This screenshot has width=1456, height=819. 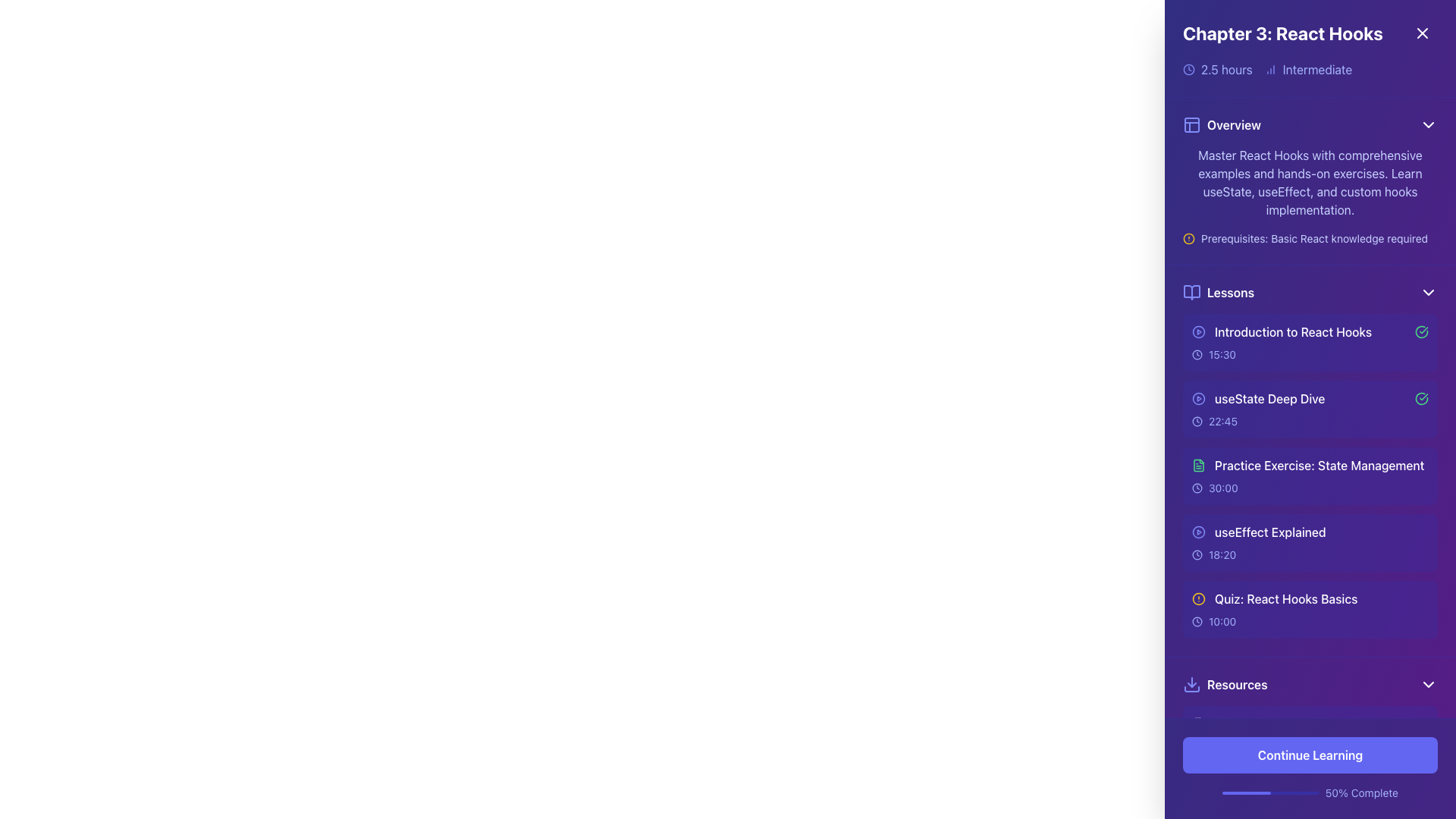 I want to click on text content that indicates the total duration required to complete the course or section associated with 'React Hooks', specifically the text '2.5 hours' located to the right of the clock icon in the right sidebar, so click(x=1226, y=70).